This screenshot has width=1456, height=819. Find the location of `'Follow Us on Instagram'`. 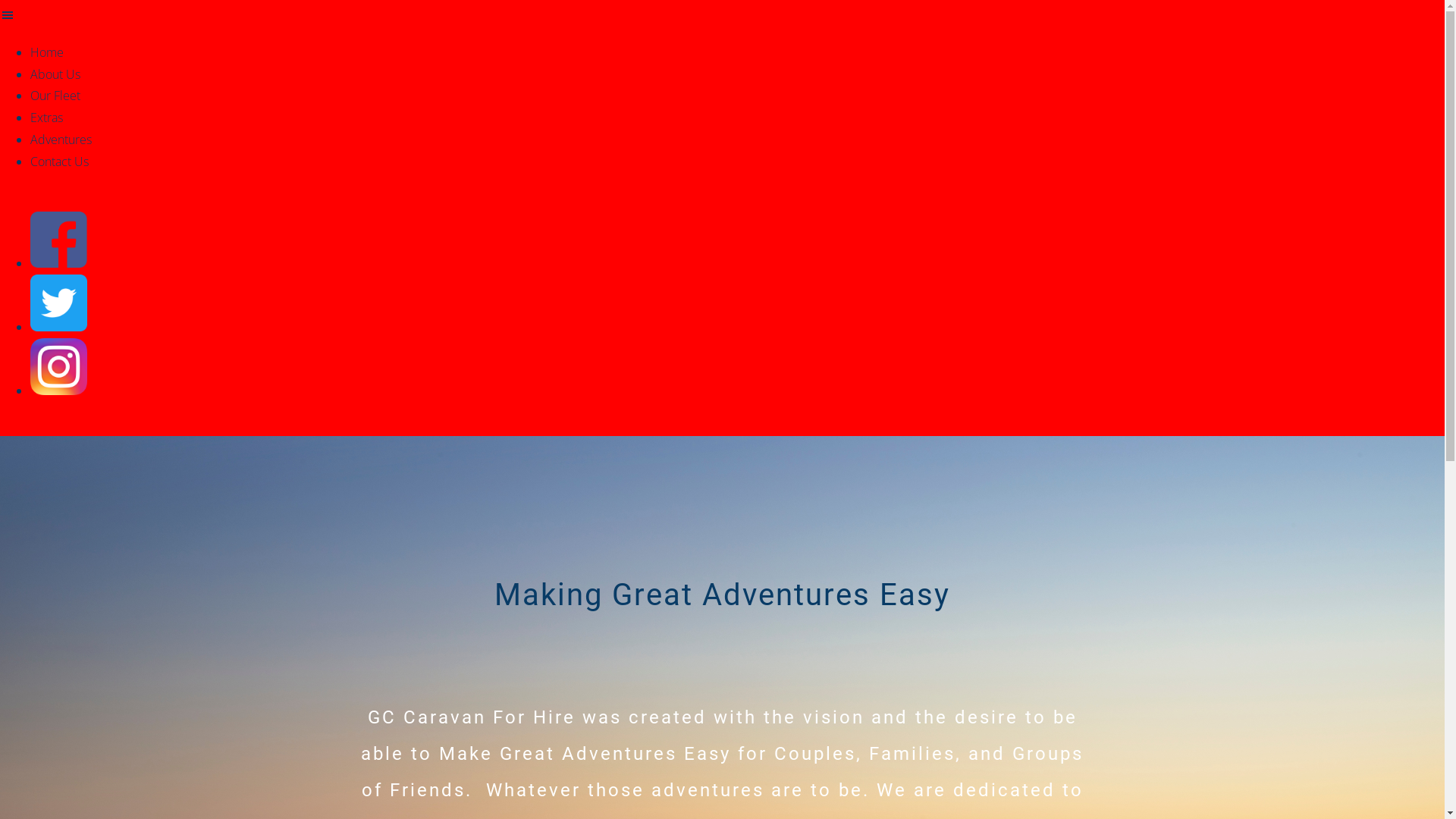

'Follow Us on Instagram' is located at coordinates (58, 390).